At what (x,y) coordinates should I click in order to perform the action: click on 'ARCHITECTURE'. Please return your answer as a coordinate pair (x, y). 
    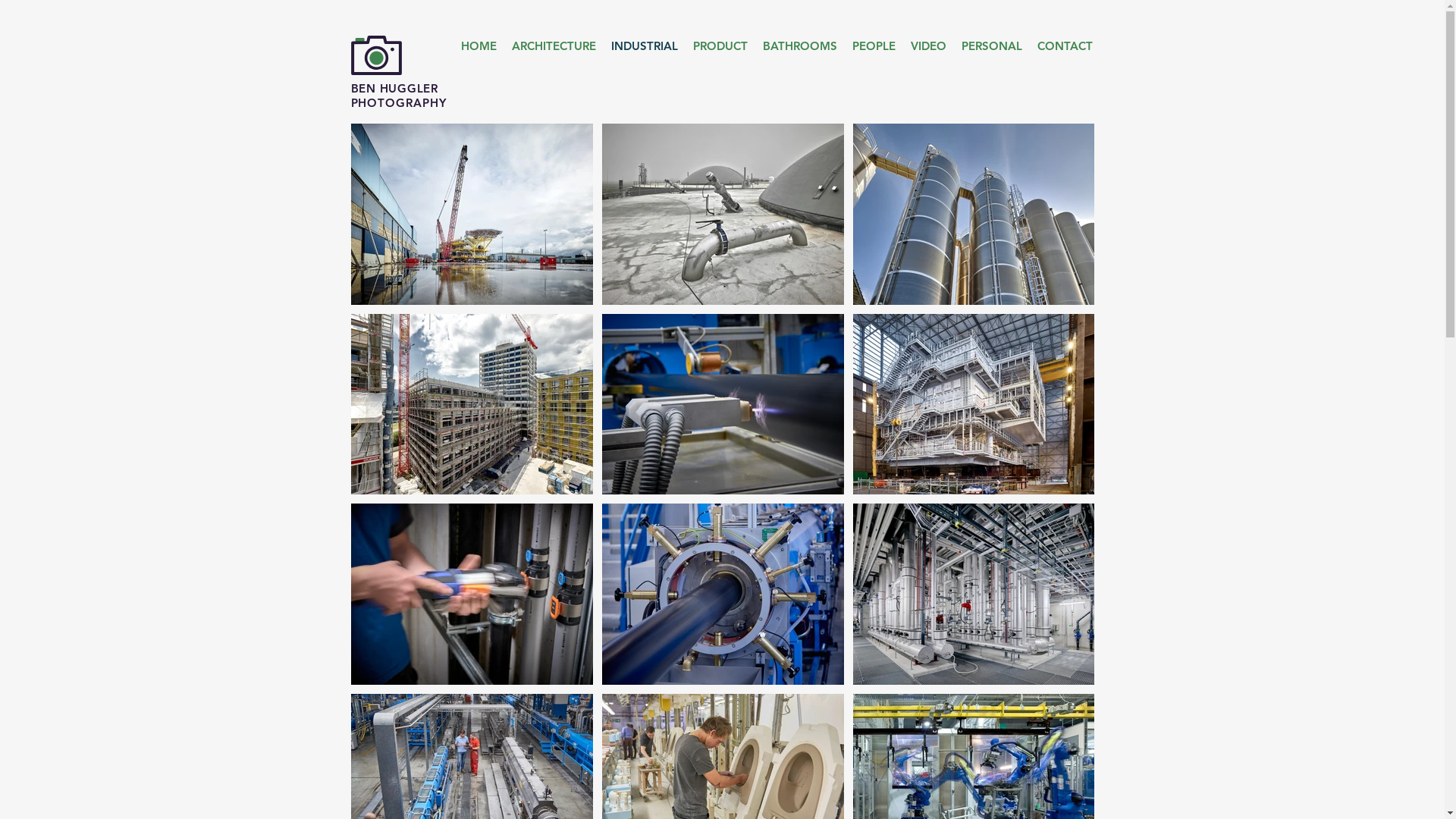
    Looking at the image, I should click on (552, 45).